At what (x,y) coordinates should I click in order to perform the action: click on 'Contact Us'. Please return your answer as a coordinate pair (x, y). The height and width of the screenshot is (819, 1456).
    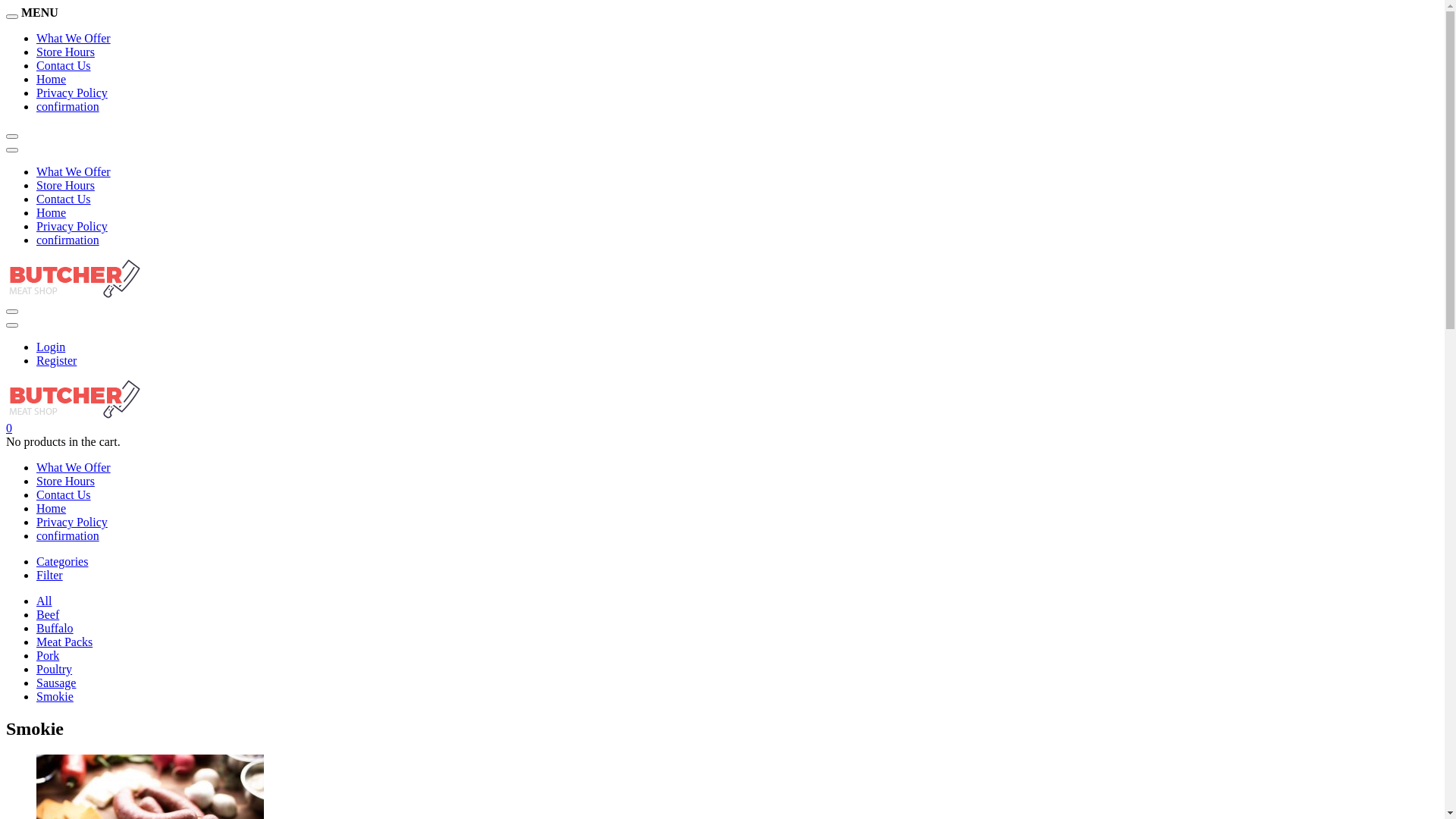
    Looking at the image, I should click on (62, 64).